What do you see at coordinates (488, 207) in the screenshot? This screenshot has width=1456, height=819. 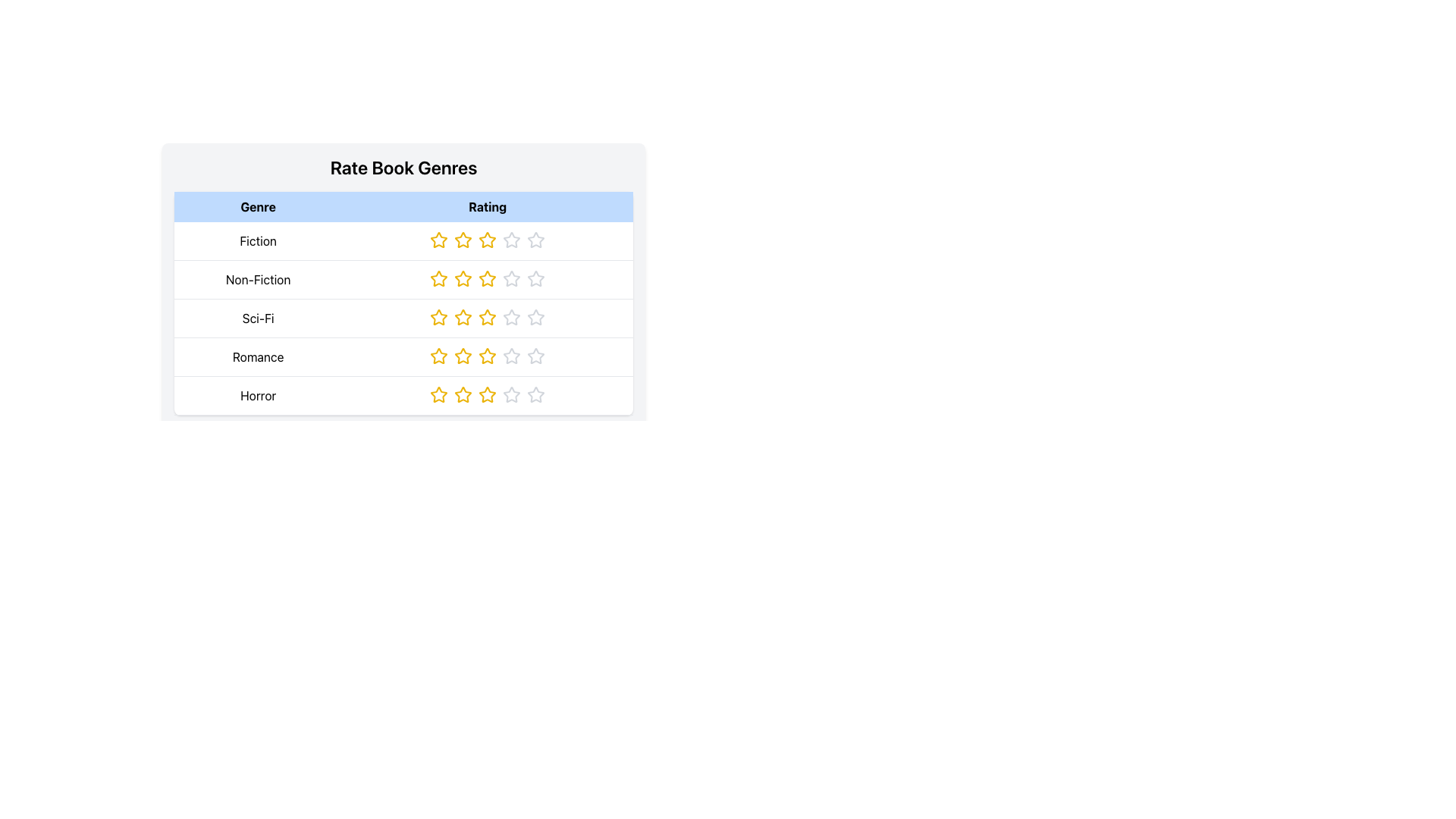 I see `the 'Rating' text label, which is a bold black font on a light blue background, positioned in the top row of a table, to the right of the 'Genre' label` at bounding box center [488, 207].